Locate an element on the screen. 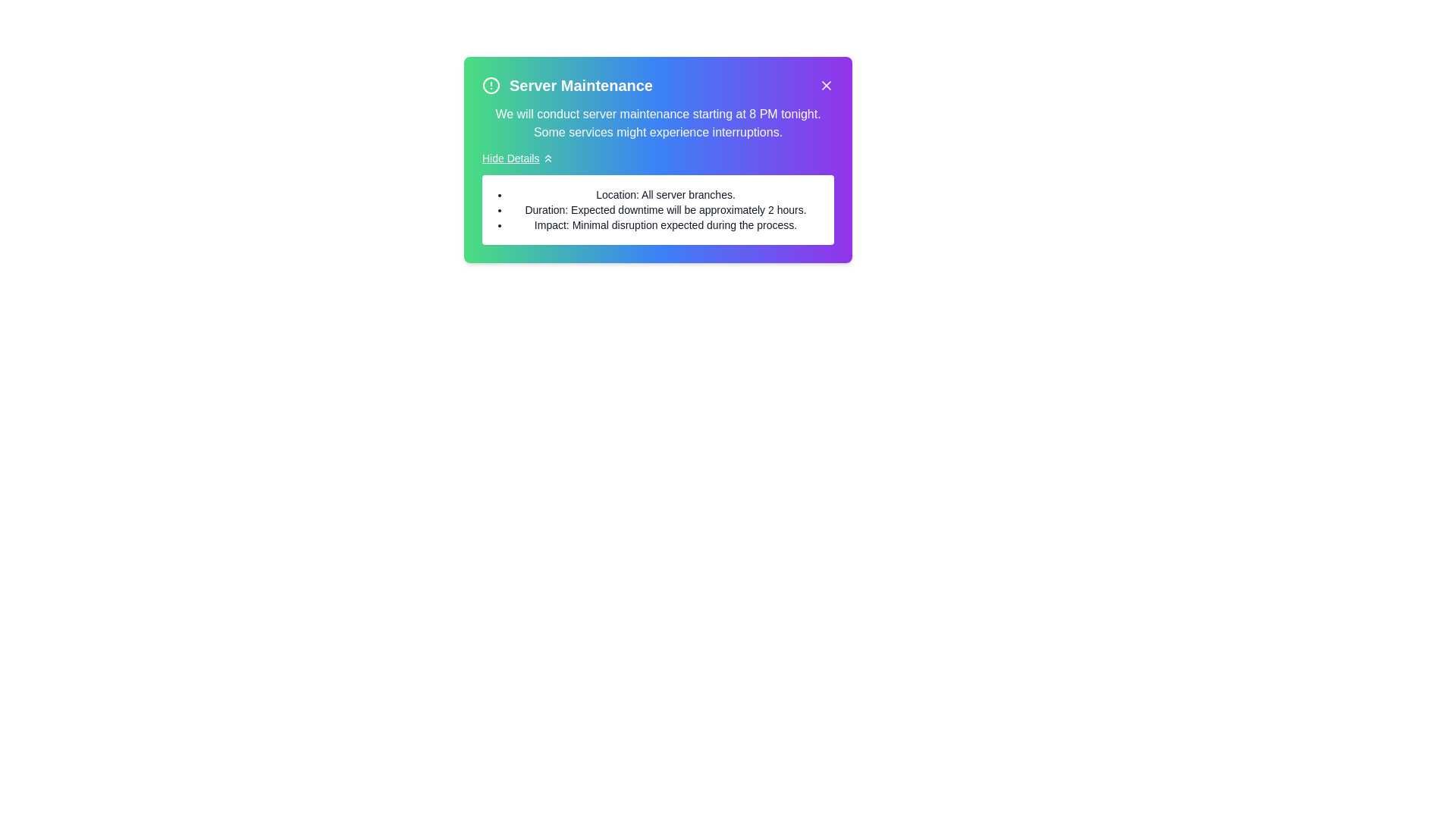  the alert icon to inspect its visual response is located at coordinates (491, 85).